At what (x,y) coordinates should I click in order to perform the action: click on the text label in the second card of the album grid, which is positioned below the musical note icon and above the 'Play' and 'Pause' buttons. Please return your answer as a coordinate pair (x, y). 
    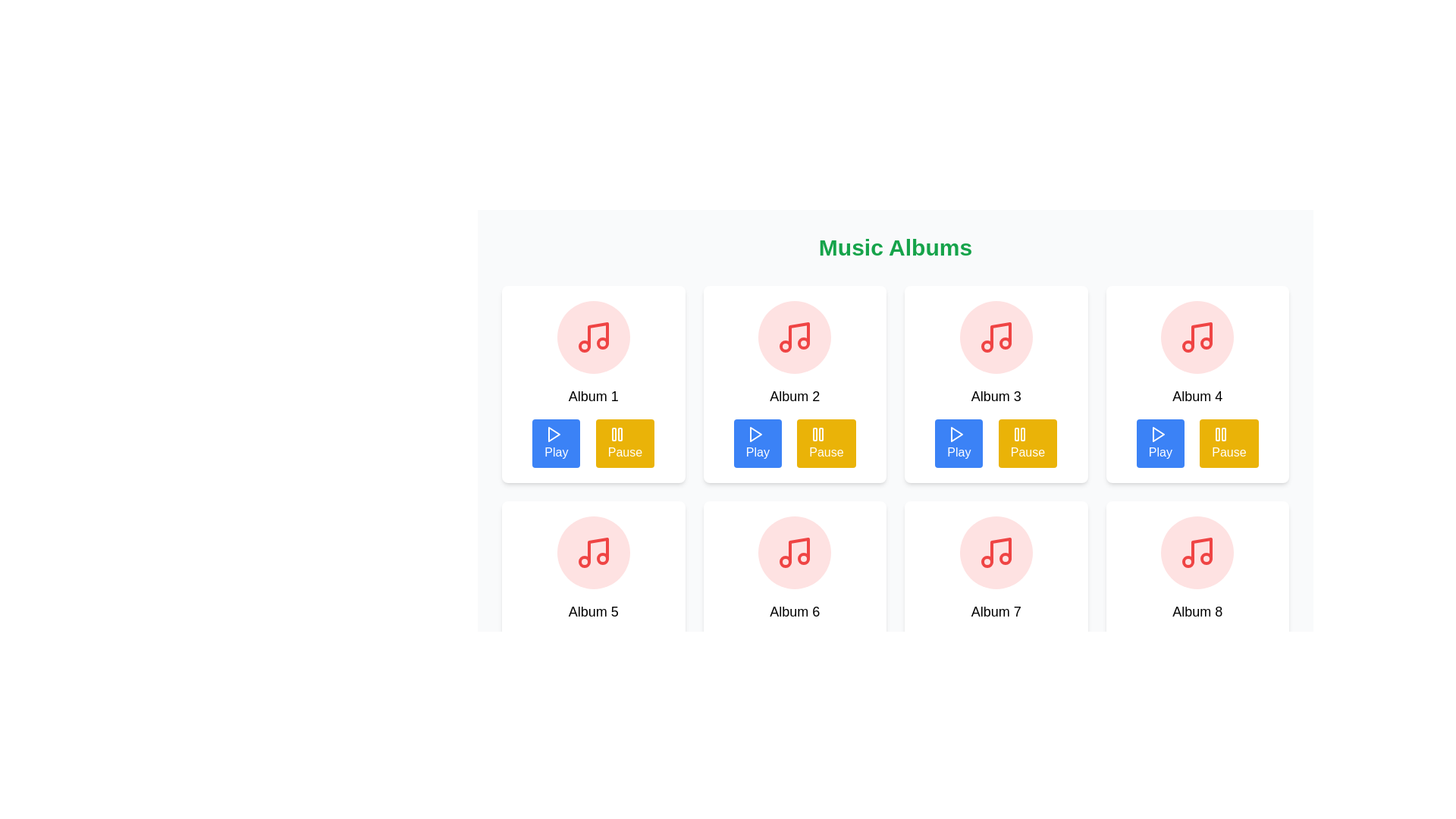
    Looking at the image, I should click on (794, 396).